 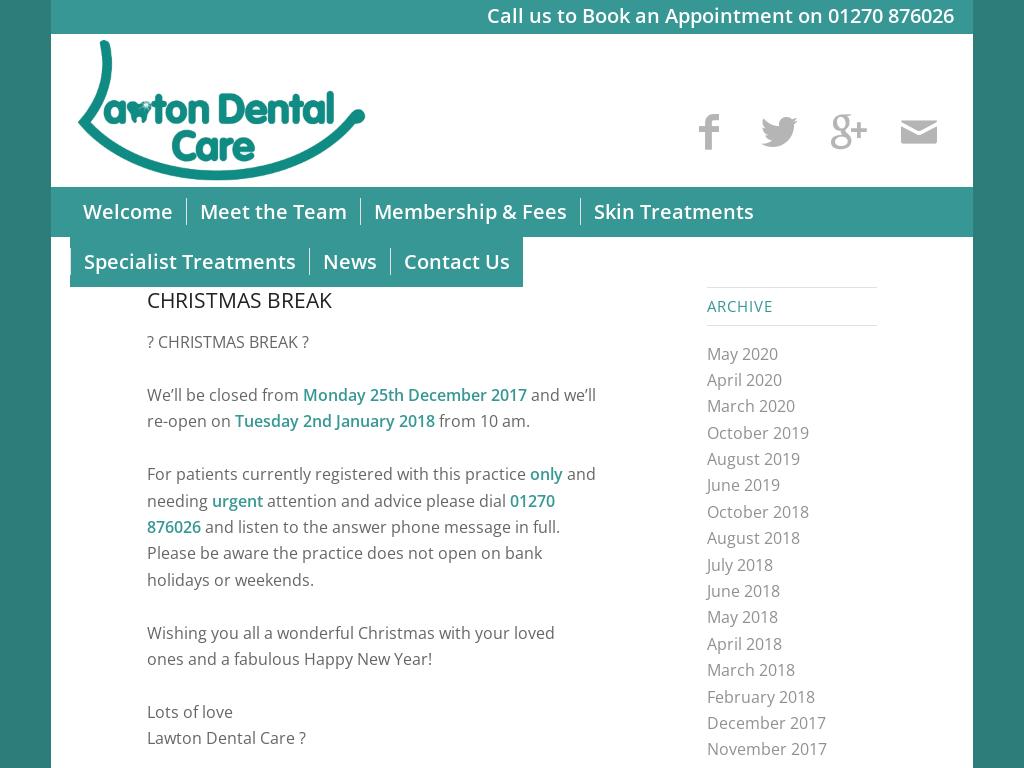 What do you see at coordinates (227, 340) in the screenshot?
I see `'CHRISTMAS BREAK'` at bounding box center [227, 340].